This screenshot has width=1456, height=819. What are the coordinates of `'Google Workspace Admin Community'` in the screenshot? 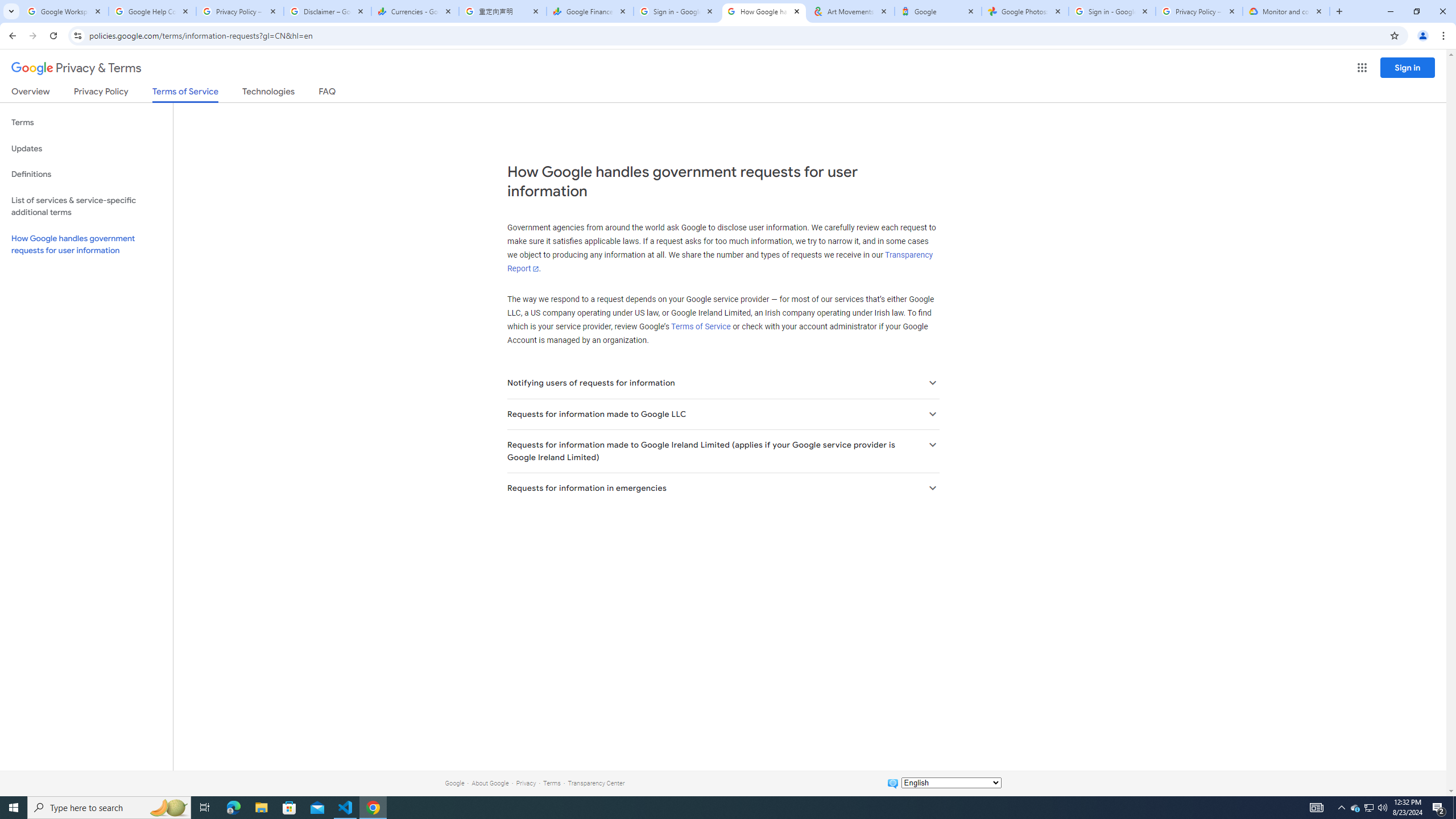 It's located at (64, 11).